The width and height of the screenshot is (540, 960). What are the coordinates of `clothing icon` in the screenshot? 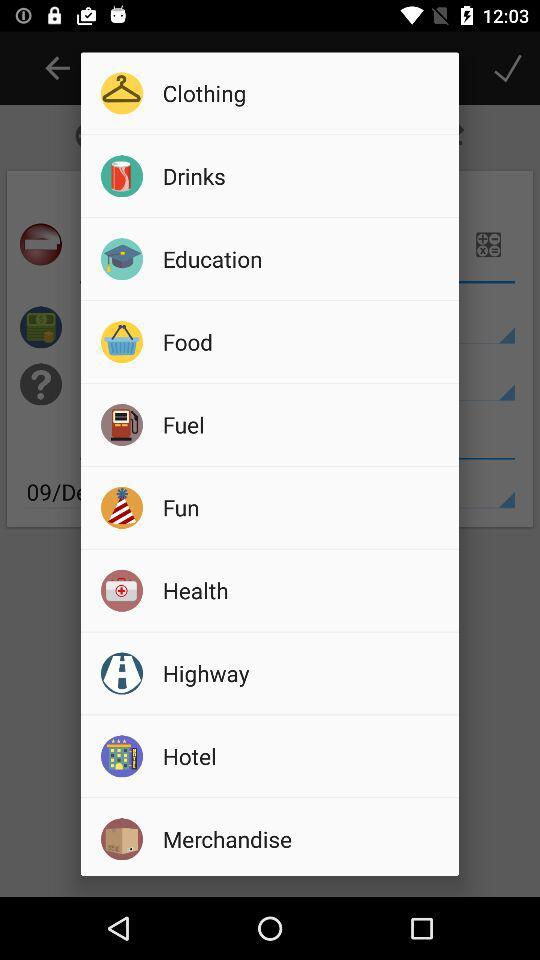 It's located at (303, 93).